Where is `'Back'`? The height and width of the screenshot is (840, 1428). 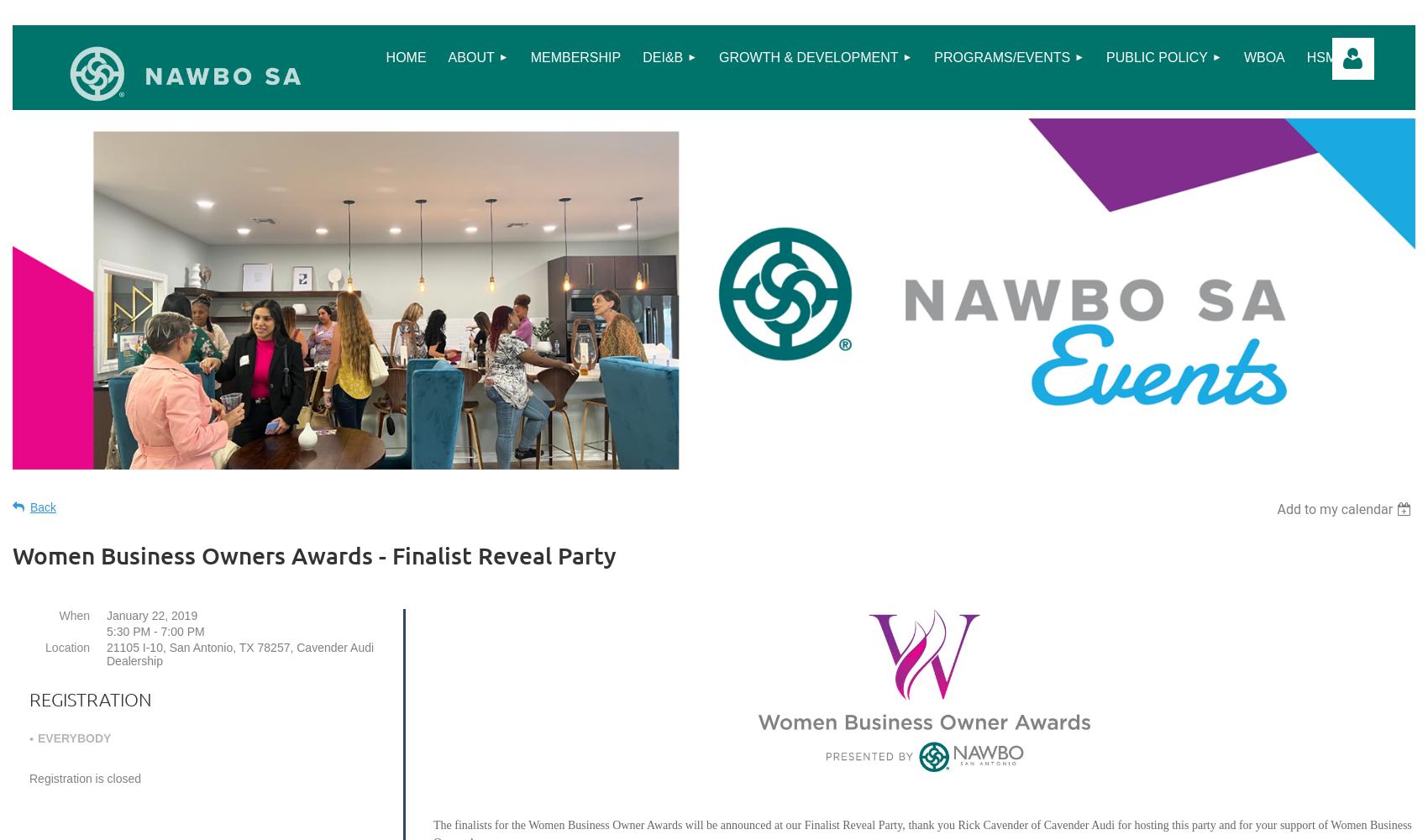 'Back' is located at coordinates (43, 507).